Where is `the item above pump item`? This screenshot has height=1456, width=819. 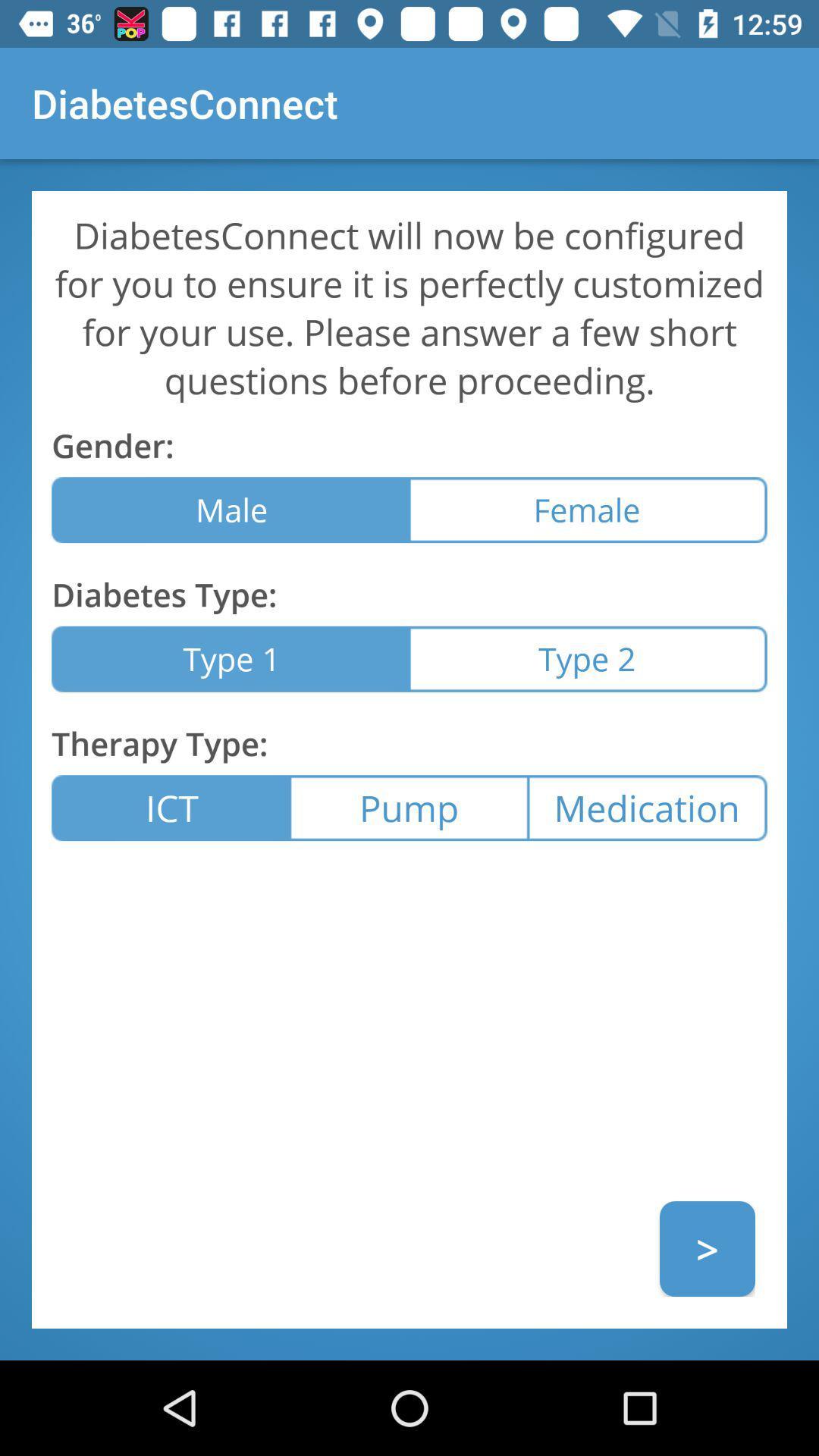
the item above pump item is located at coordinates (587, 659).